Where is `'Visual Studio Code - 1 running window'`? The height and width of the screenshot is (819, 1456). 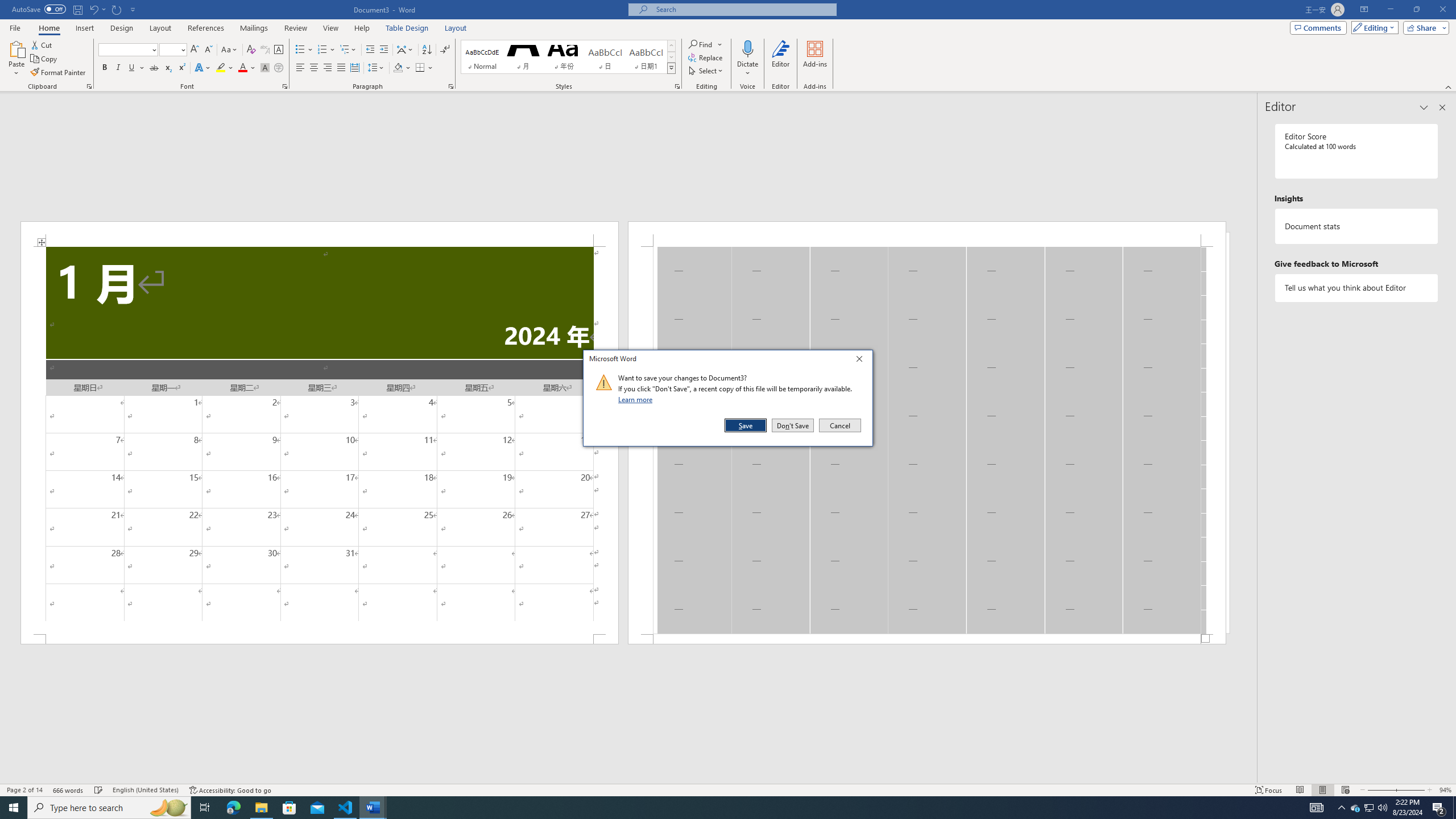 'Visual Studio Code - 1 running window' is located at coordinates (345, 806).